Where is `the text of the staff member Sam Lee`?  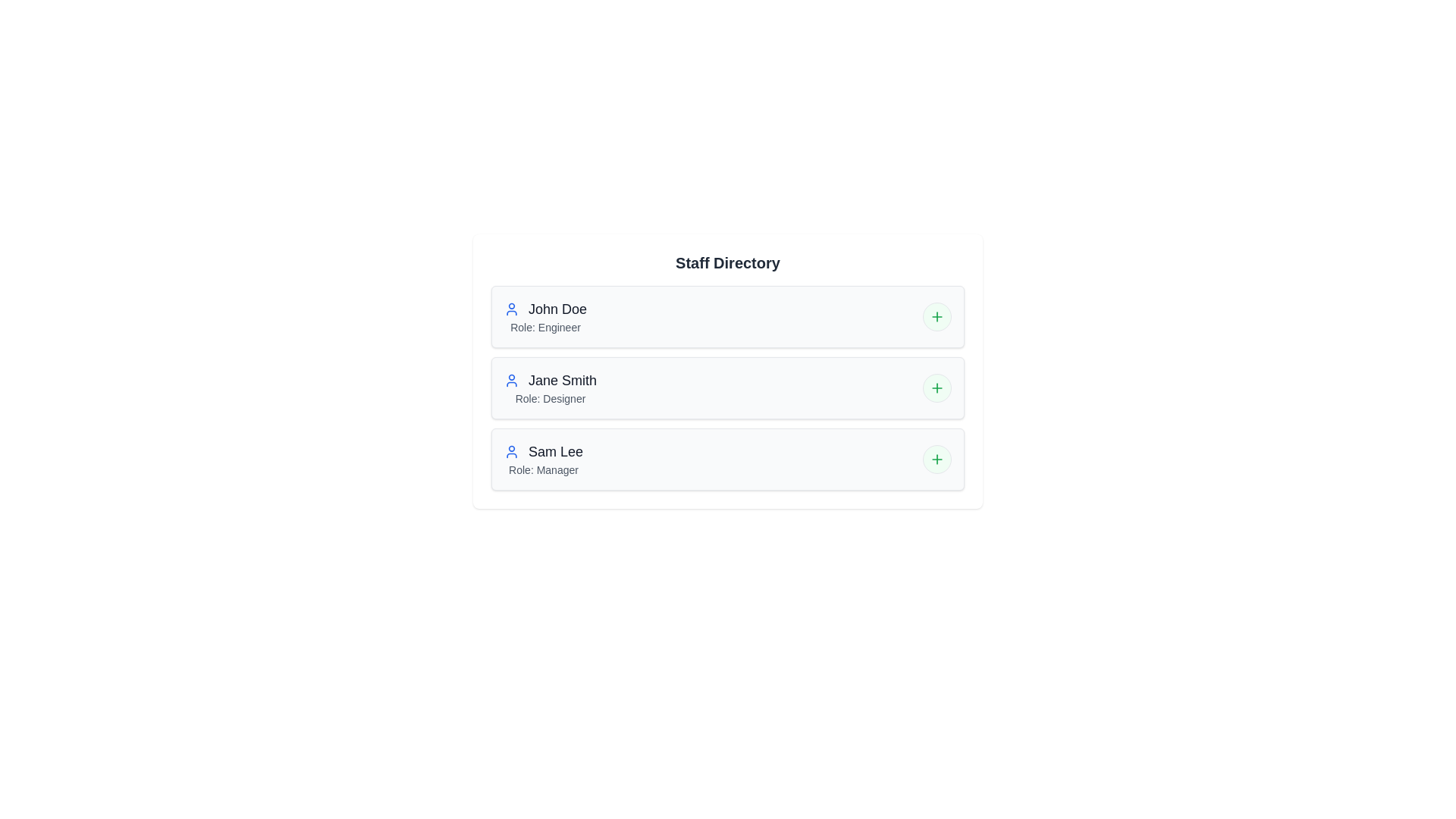
the text of the staff member Sam Lee is located at coordinates (504, 441).